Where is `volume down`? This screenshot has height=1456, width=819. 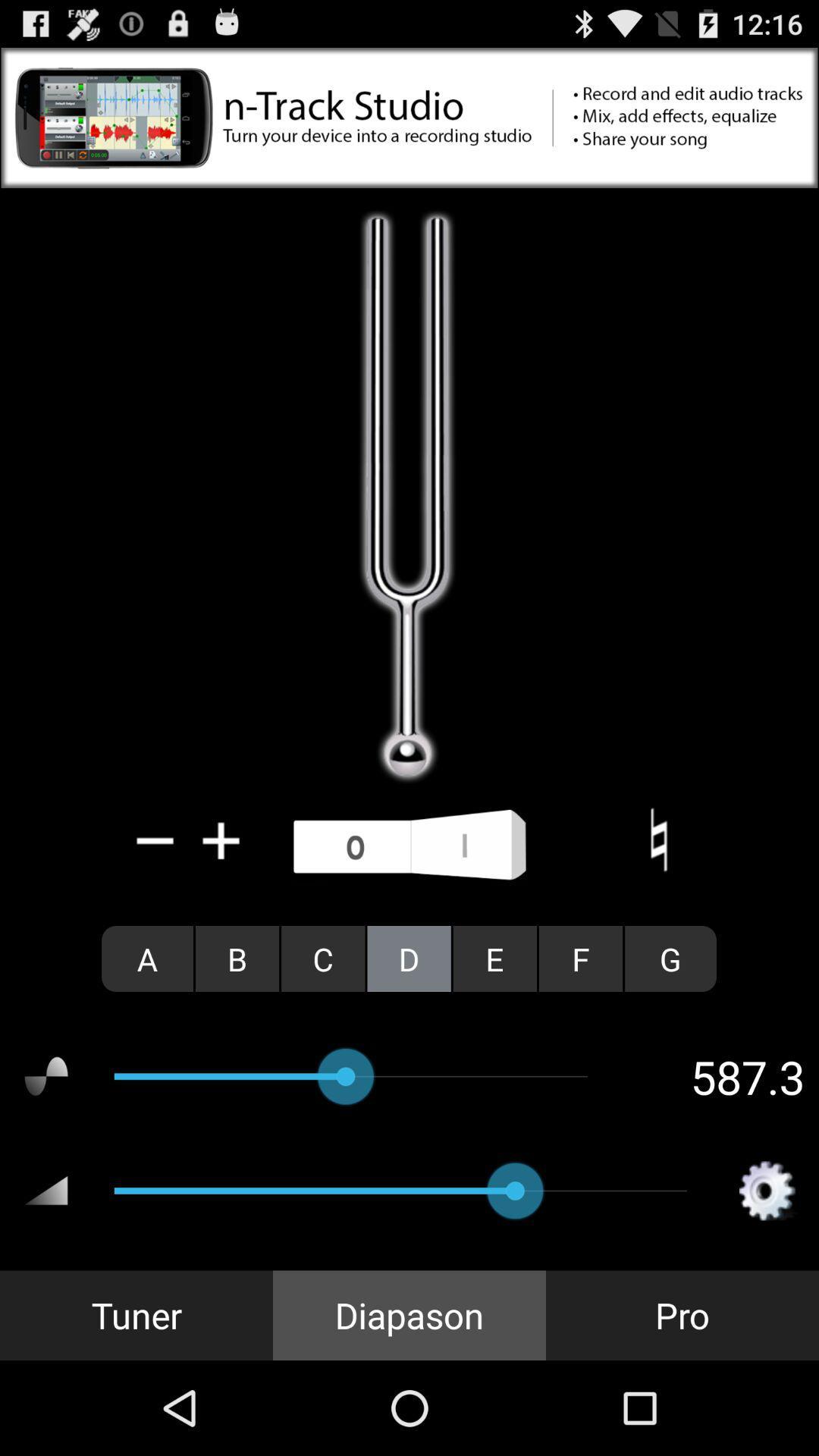
volume down is located at coordinates (155, 839).